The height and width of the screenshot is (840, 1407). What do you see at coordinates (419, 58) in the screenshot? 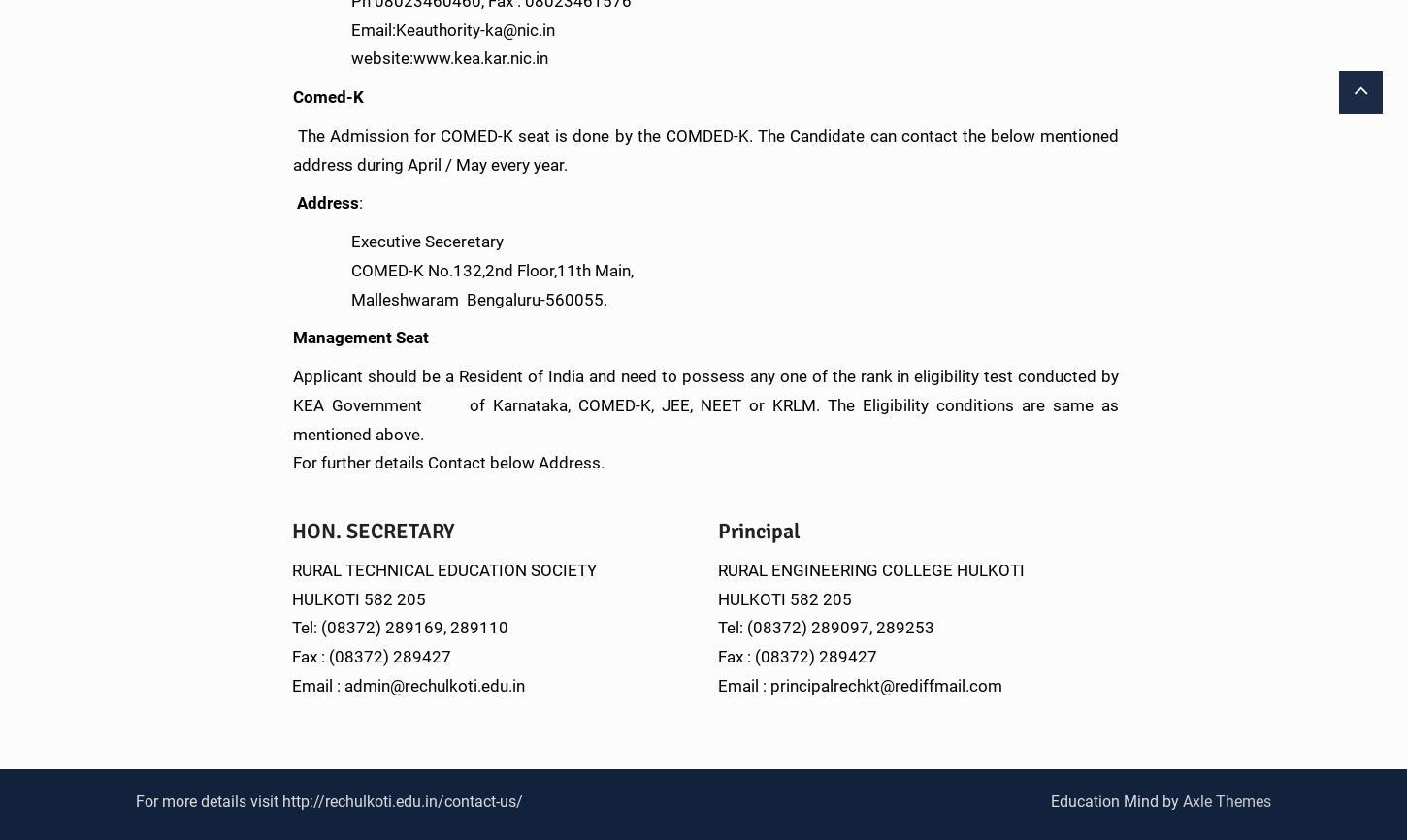
I see `'website:www.kea.kar.nic.in'` at bounding box center [419, 58].